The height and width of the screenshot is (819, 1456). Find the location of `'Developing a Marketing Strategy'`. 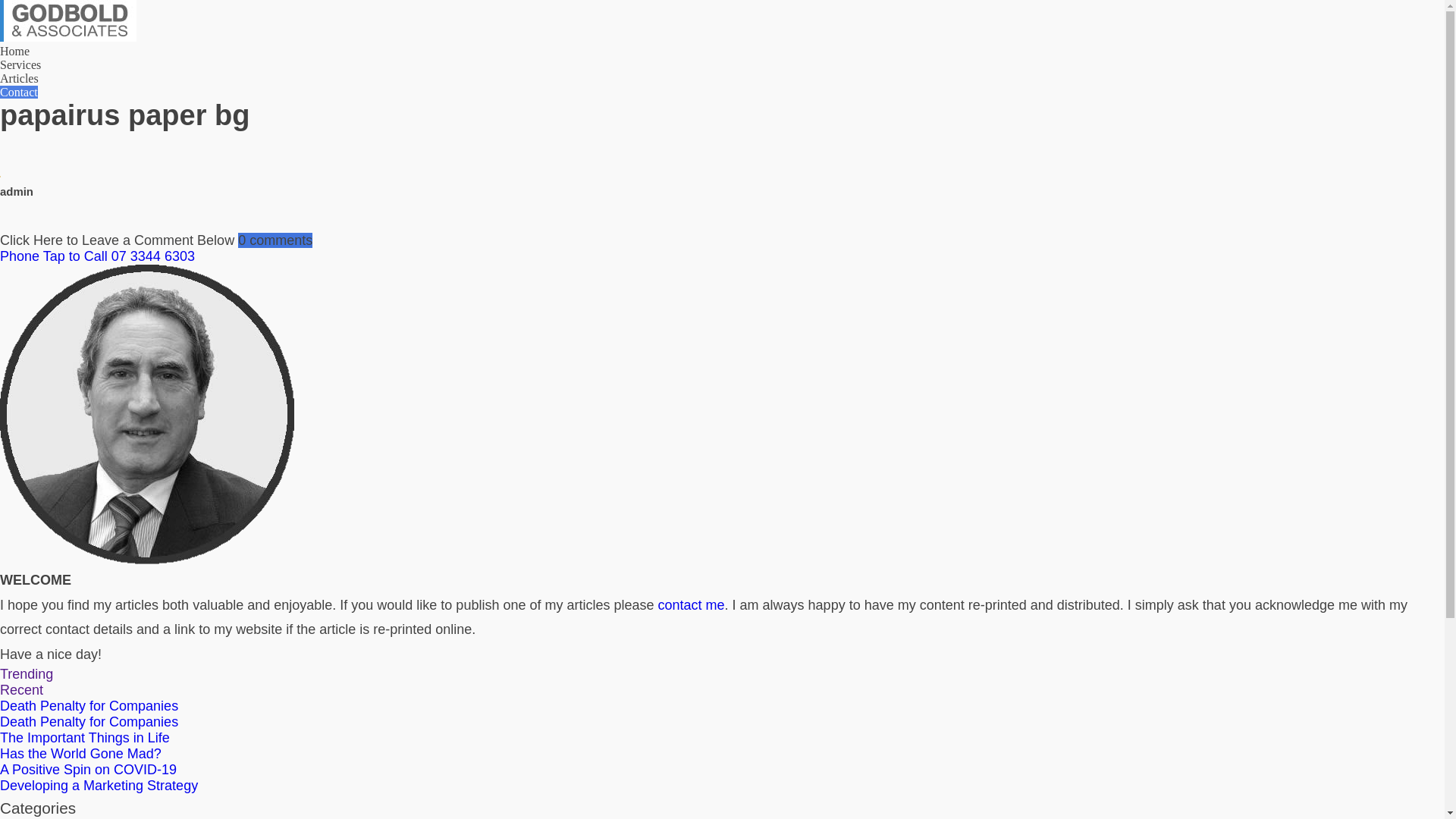

'Developing a Marketing Strategy' is located at coordinates (98, 785).